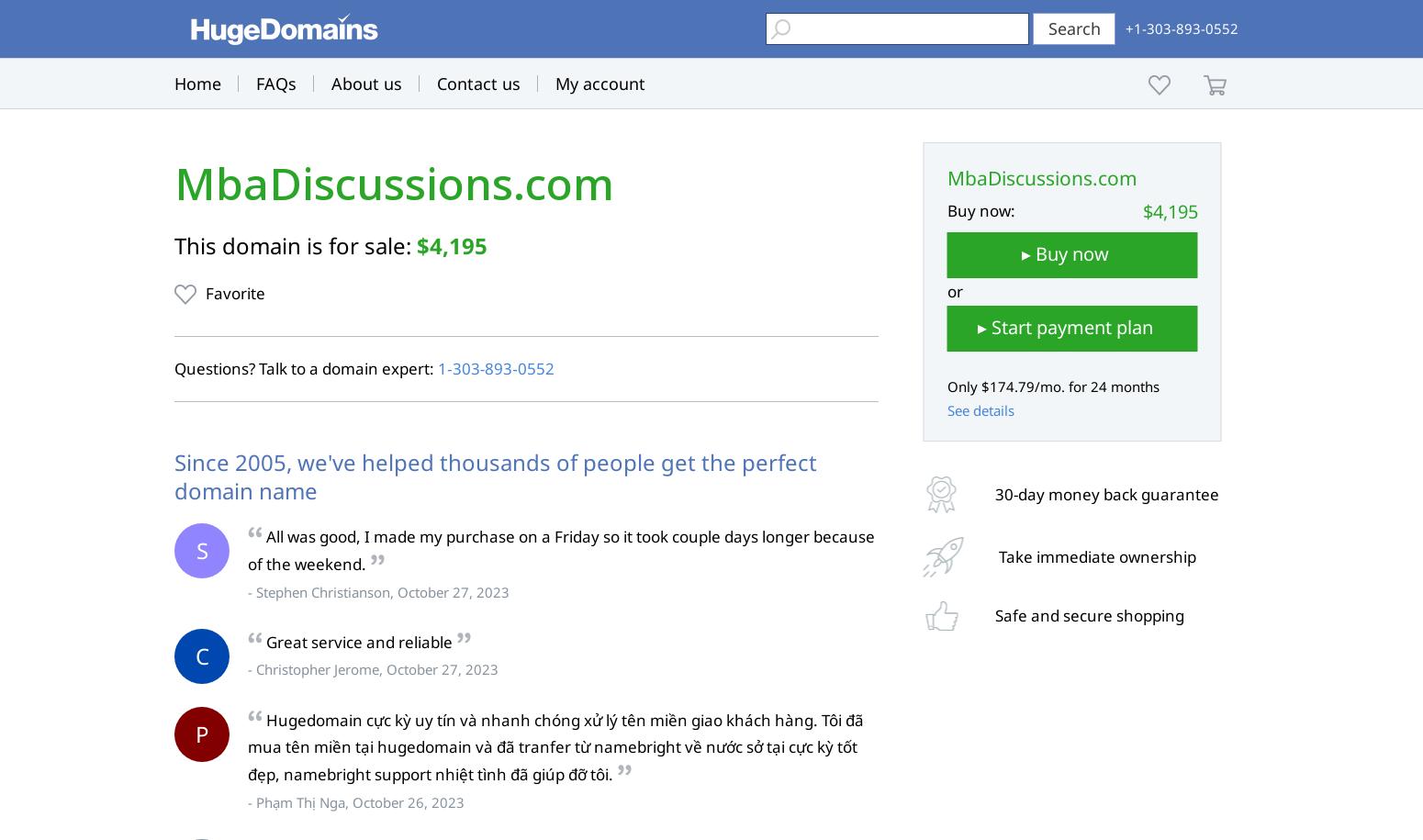 The width and height of the screenshot is (1423, 840). Describe the element at coordinates (477, 83) in the screenshot. I see `'Contact us'` at that location.